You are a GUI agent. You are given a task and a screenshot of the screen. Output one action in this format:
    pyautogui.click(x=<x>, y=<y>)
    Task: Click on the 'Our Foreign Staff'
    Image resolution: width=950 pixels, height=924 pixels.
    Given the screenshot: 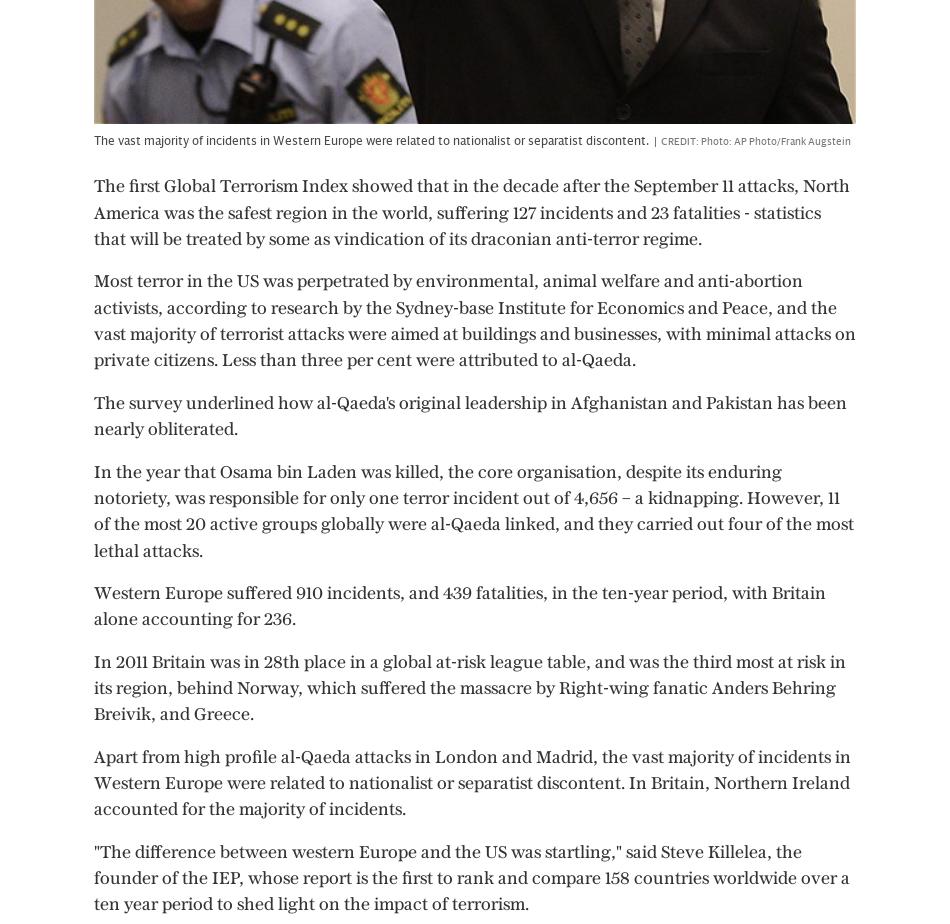 What is the action you would take?
    pyautogui.click(x=402, y=740)
    